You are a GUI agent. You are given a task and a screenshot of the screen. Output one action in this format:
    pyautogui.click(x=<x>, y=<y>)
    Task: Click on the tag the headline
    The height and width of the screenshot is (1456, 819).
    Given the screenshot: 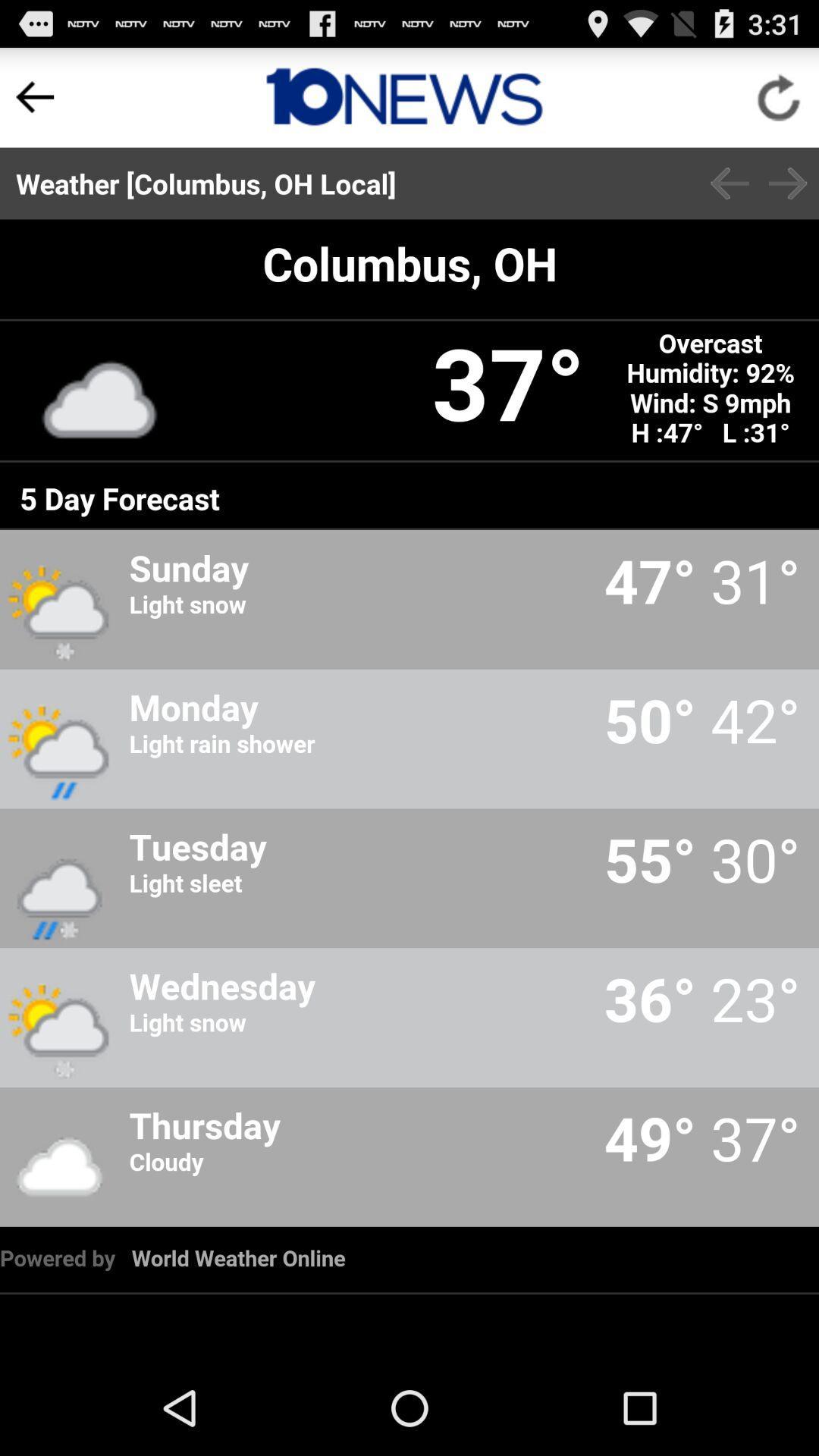 What is the action you would take?
    pyautogui.click(x=403, y=96)
    